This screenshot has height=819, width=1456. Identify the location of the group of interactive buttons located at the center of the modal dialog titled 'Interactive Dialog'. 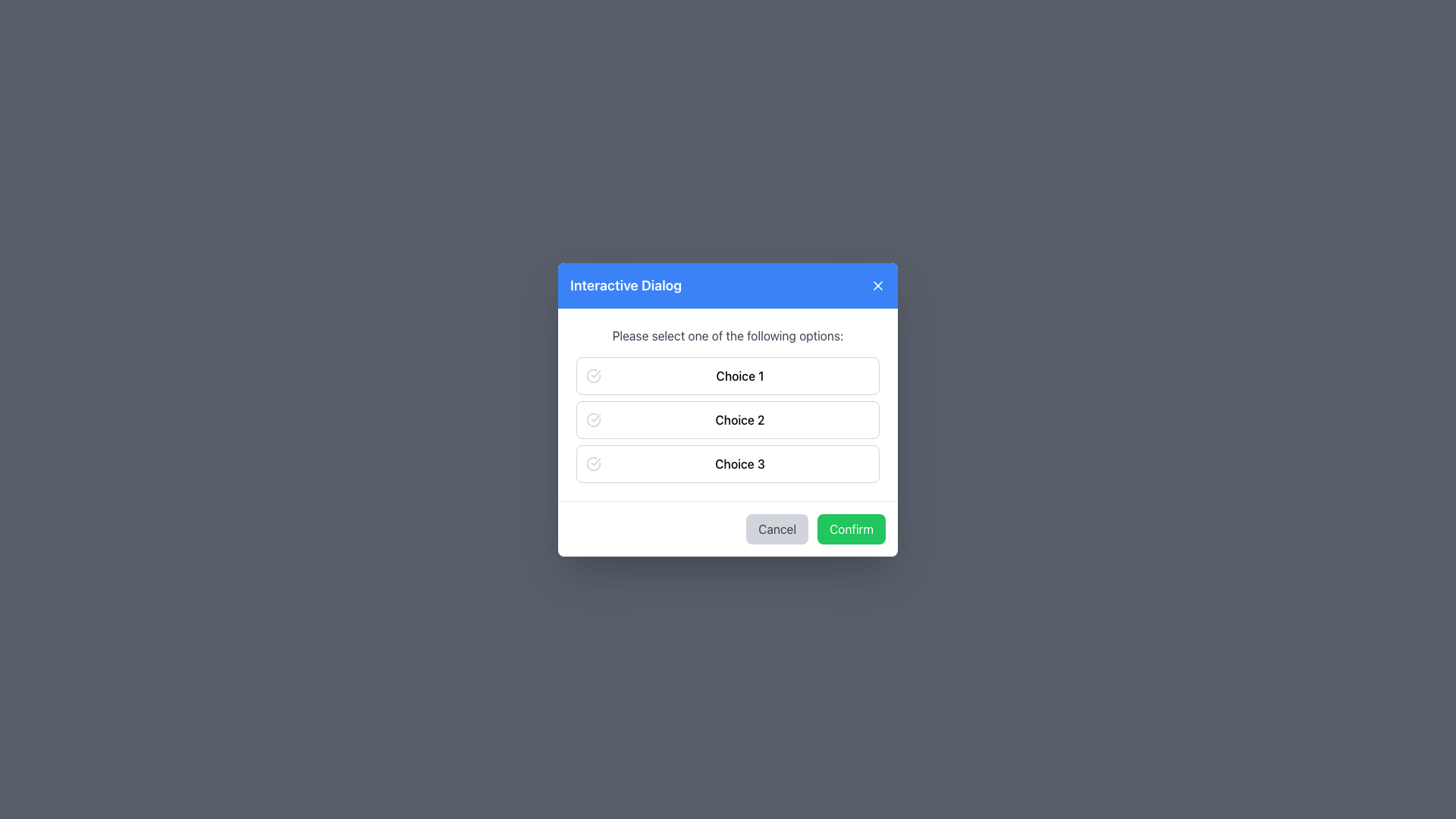
(728, 403).